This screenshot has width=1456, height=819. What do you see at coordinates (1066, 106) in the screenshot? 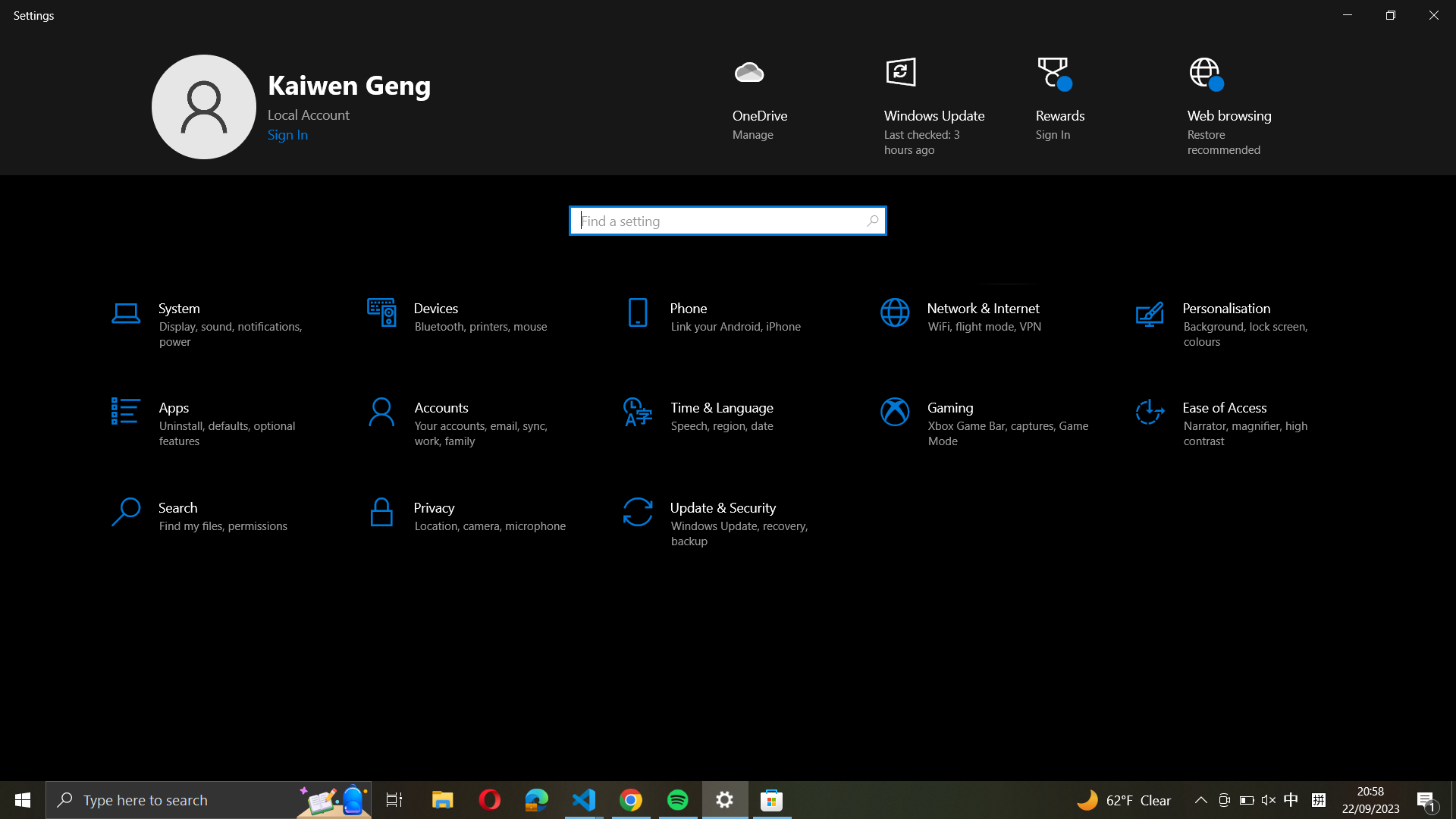
I see `the "Rewards" feature` at bounding box center [1066, 106].